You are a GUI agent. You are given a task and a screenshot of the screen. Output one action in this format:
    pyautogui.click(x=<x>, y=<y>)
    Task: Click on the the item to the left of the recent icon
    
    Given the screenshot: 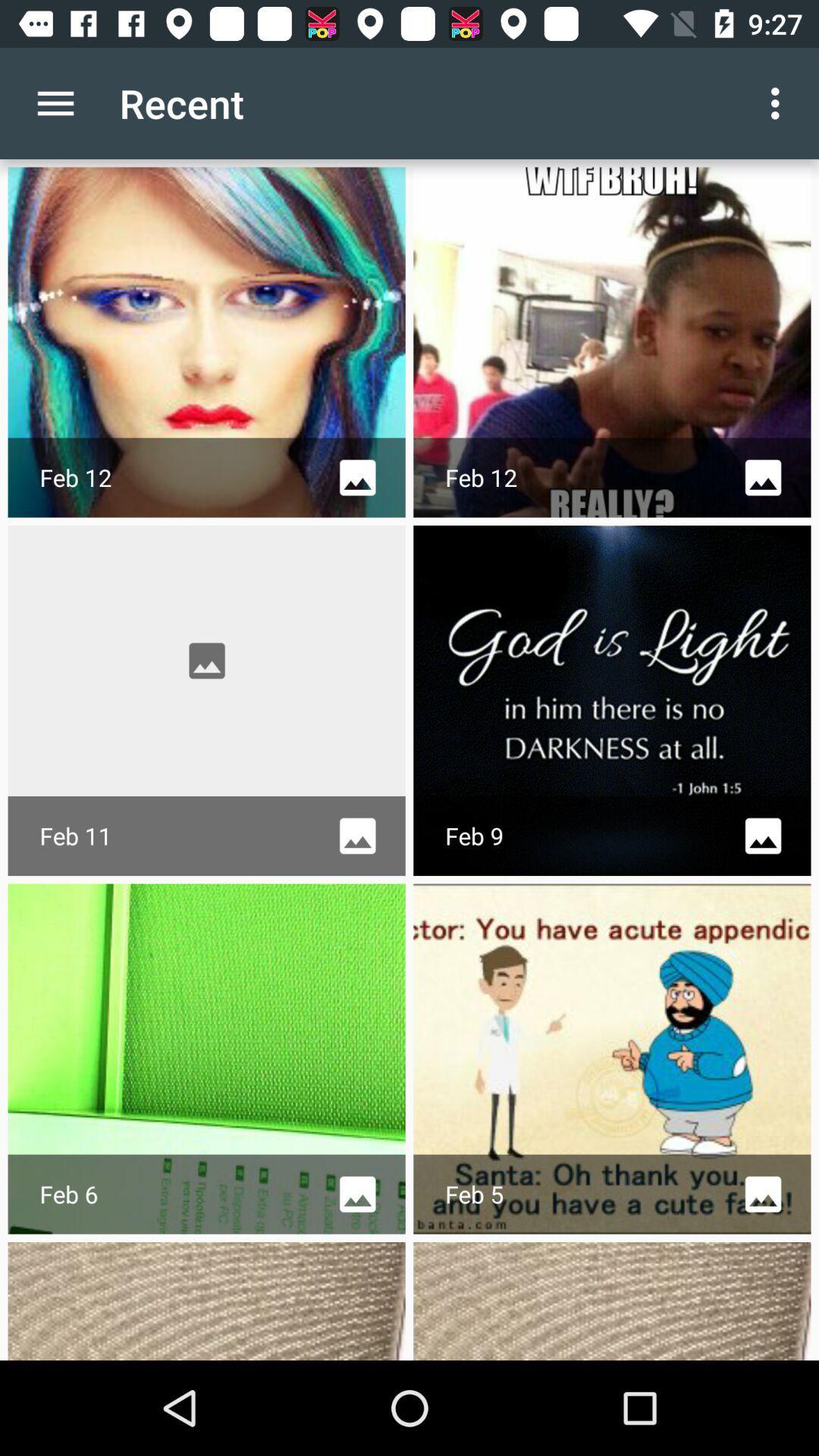 What is the action you would take?
    pyautogui.click(x=55, y=102)
    